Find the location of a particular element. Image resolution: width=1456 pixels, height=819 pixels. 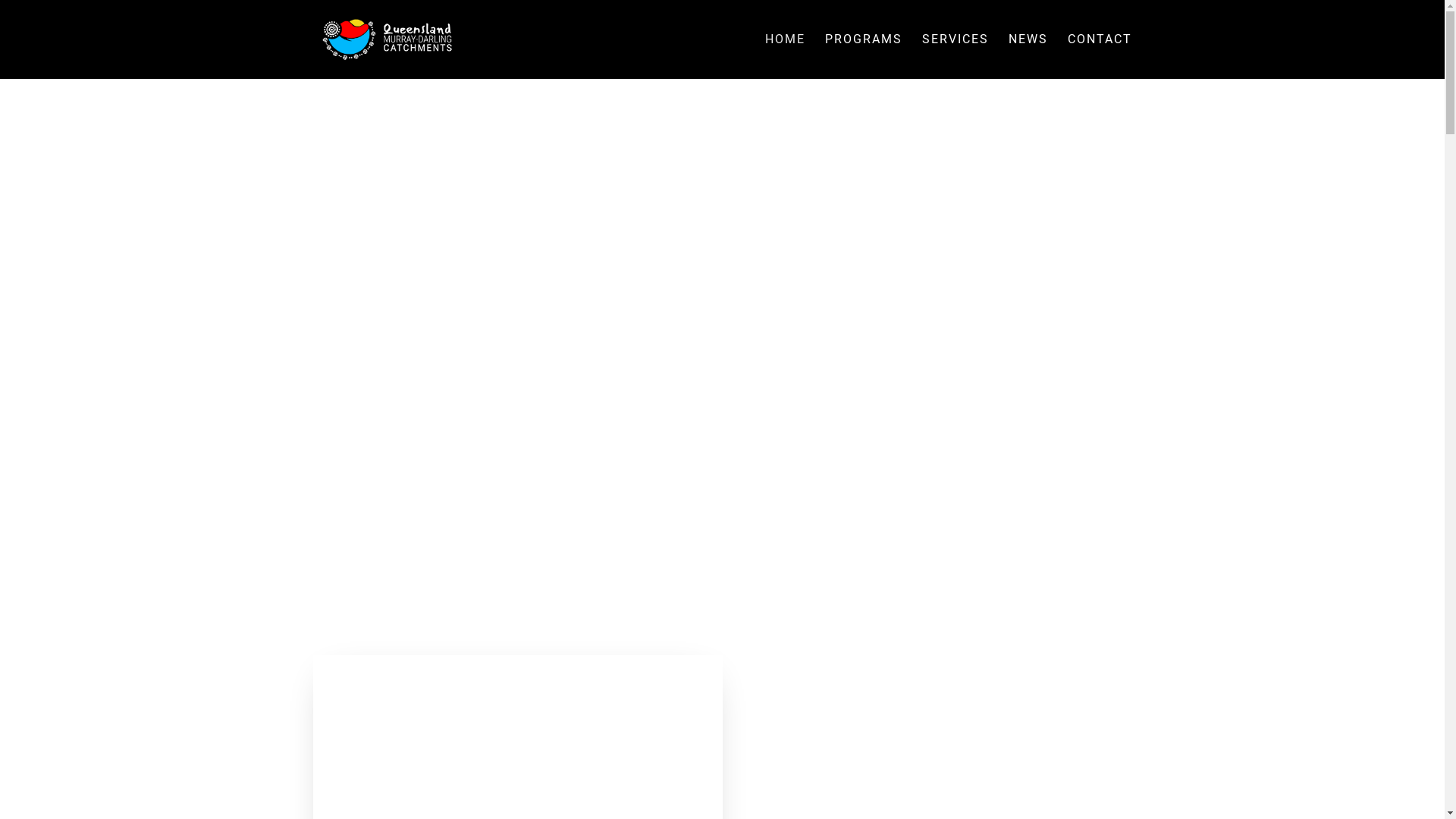

'CONTACT' is located at coordinates (1100, 55).